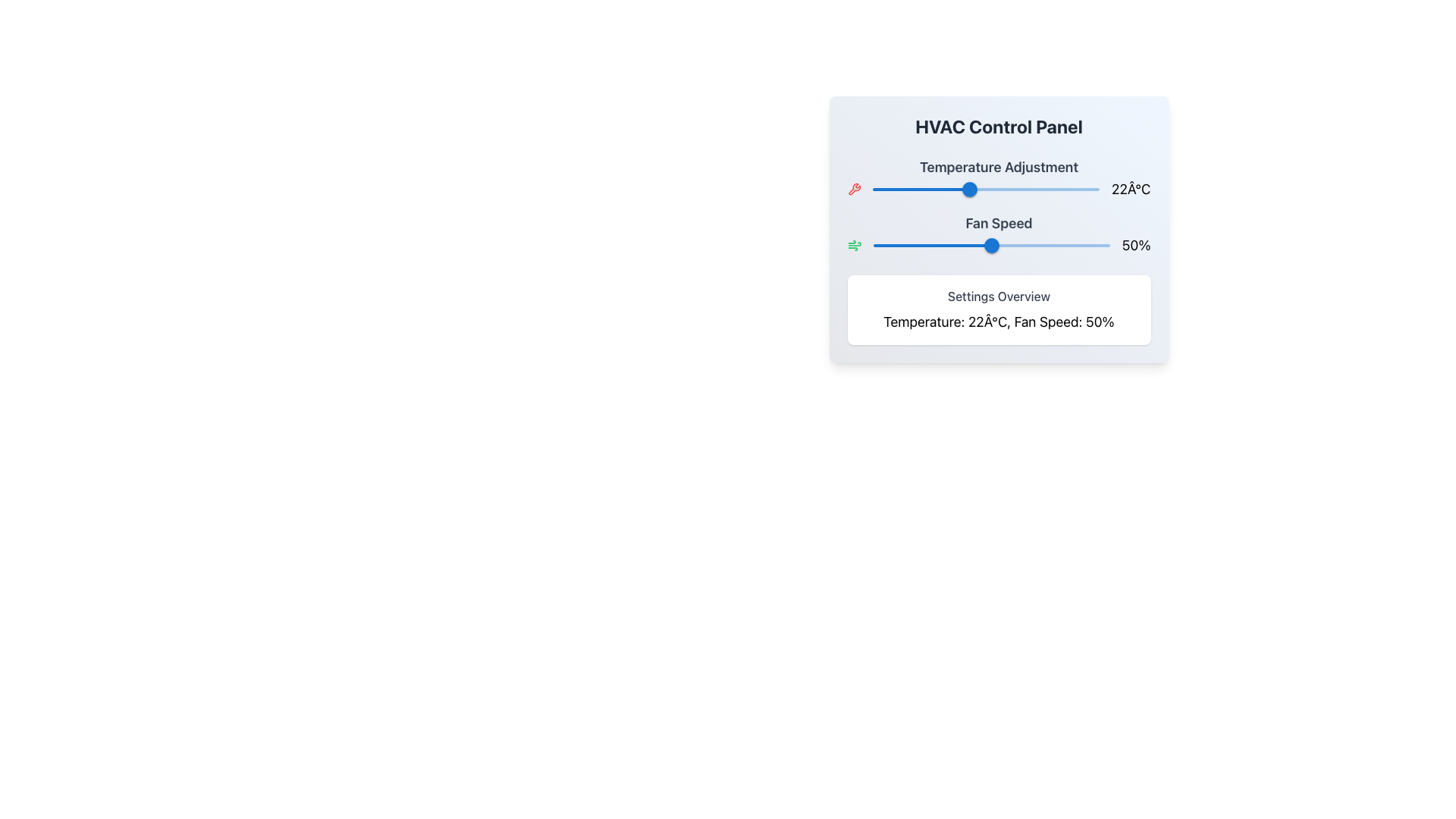 This screenshot has width=1456, height=819. Describe the element at coordinates (911, 245) in the screenshot. I see `the slider value` at that location.